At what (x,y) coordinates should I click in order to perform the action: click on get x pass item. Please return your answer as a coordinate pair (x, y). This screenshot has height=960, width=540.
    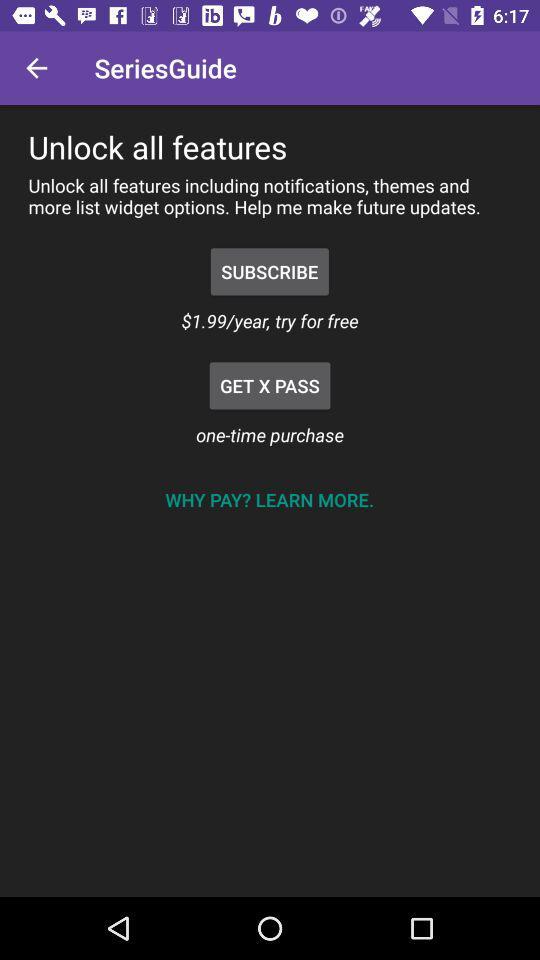
    Looking at the image, I should click on (270, 384).